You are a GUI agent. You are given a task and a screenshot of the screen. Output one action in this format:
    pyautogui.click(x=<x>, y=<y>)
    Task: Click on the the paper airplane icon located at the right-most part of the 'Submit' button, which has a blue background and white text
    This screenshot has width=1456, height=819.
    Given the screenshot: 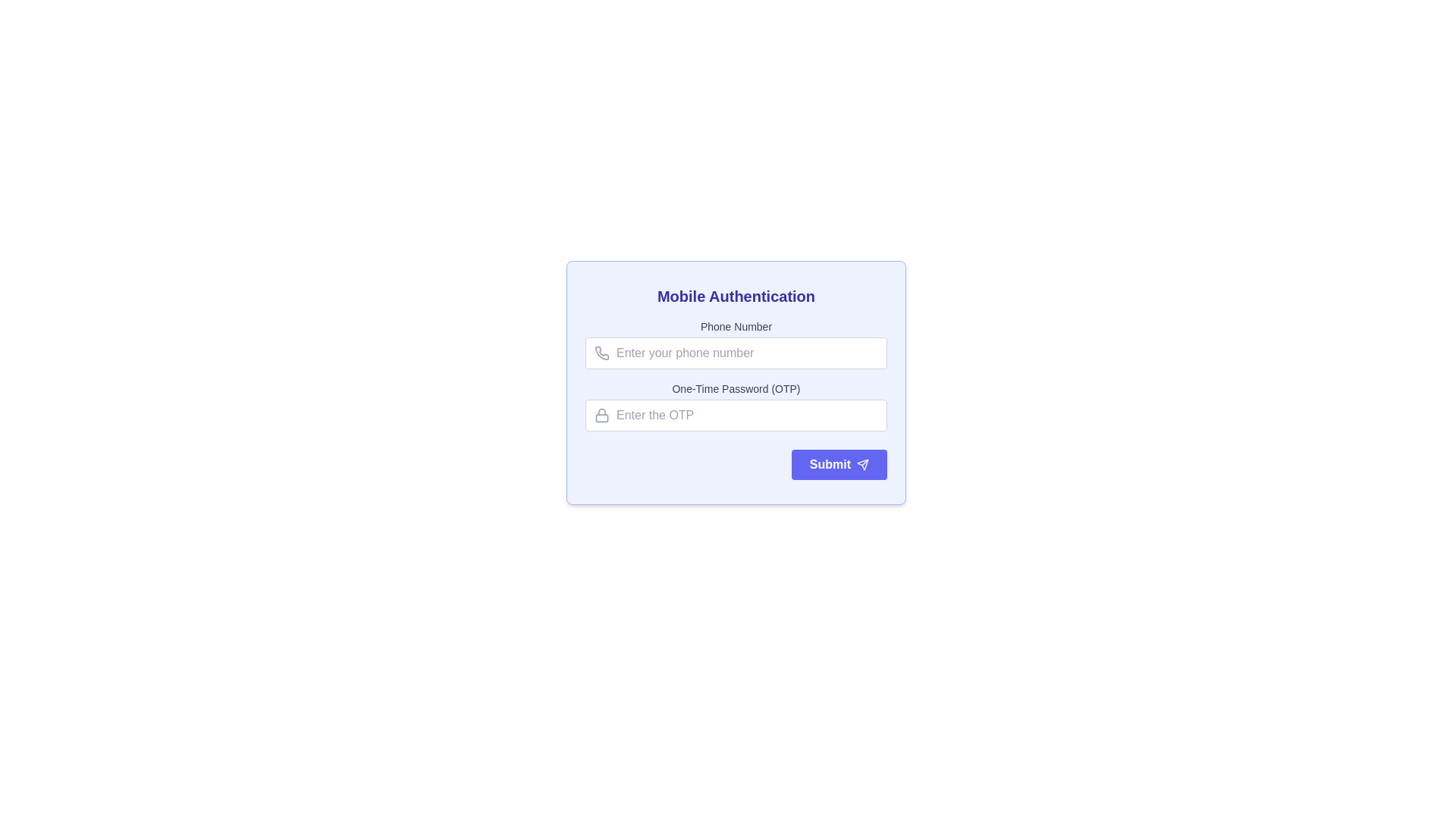 What is the action you would take?
    pyautogui.click(x=862, y=464)
    